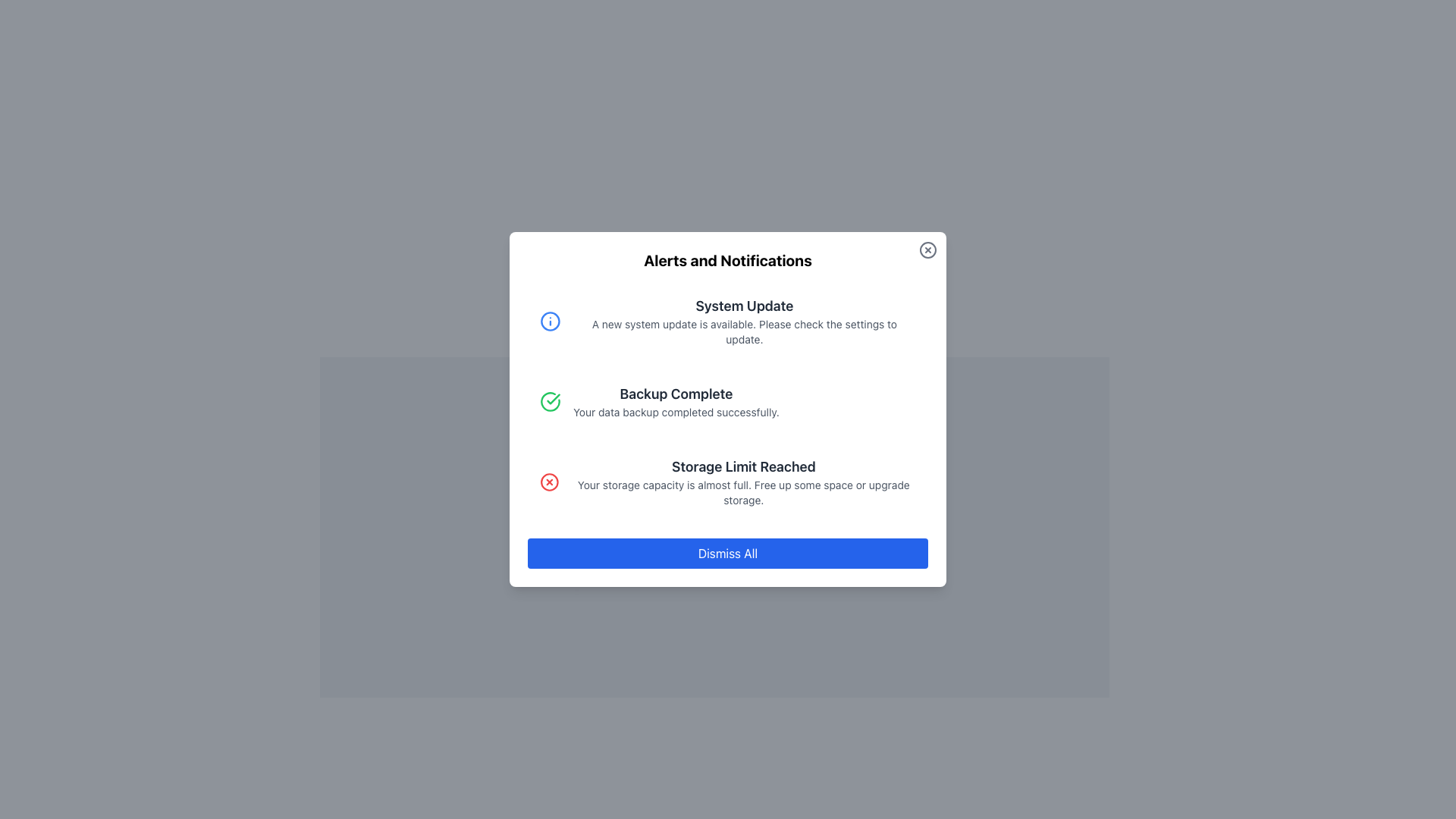 The image size is (1456, 819). I want to click on the circular outline of the close button located in the top-right corner of the modal, which is styled with a cross mark and is part of the 'Alerts and Notifications' section, so click(927, 249).